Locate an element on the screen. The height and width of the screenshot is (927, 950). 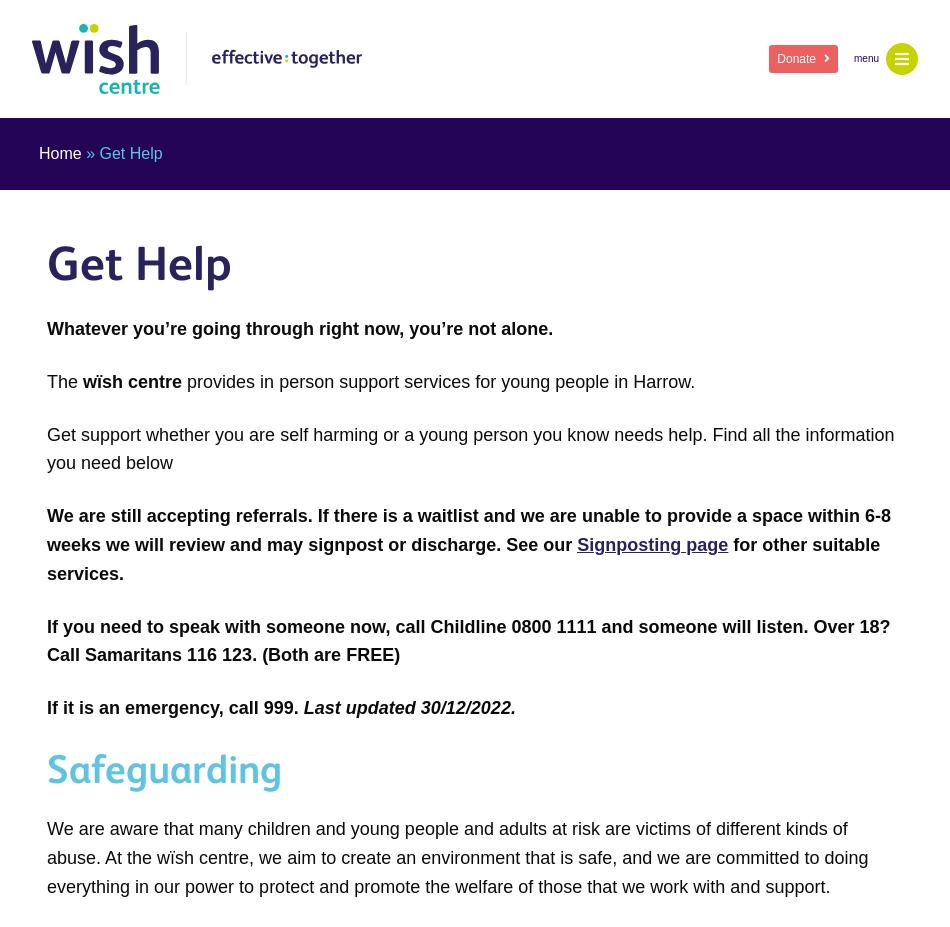
'Get support whether you are self harming or a young person you know needs help. Find all the information you need below' is located at coordinates (469, 447).